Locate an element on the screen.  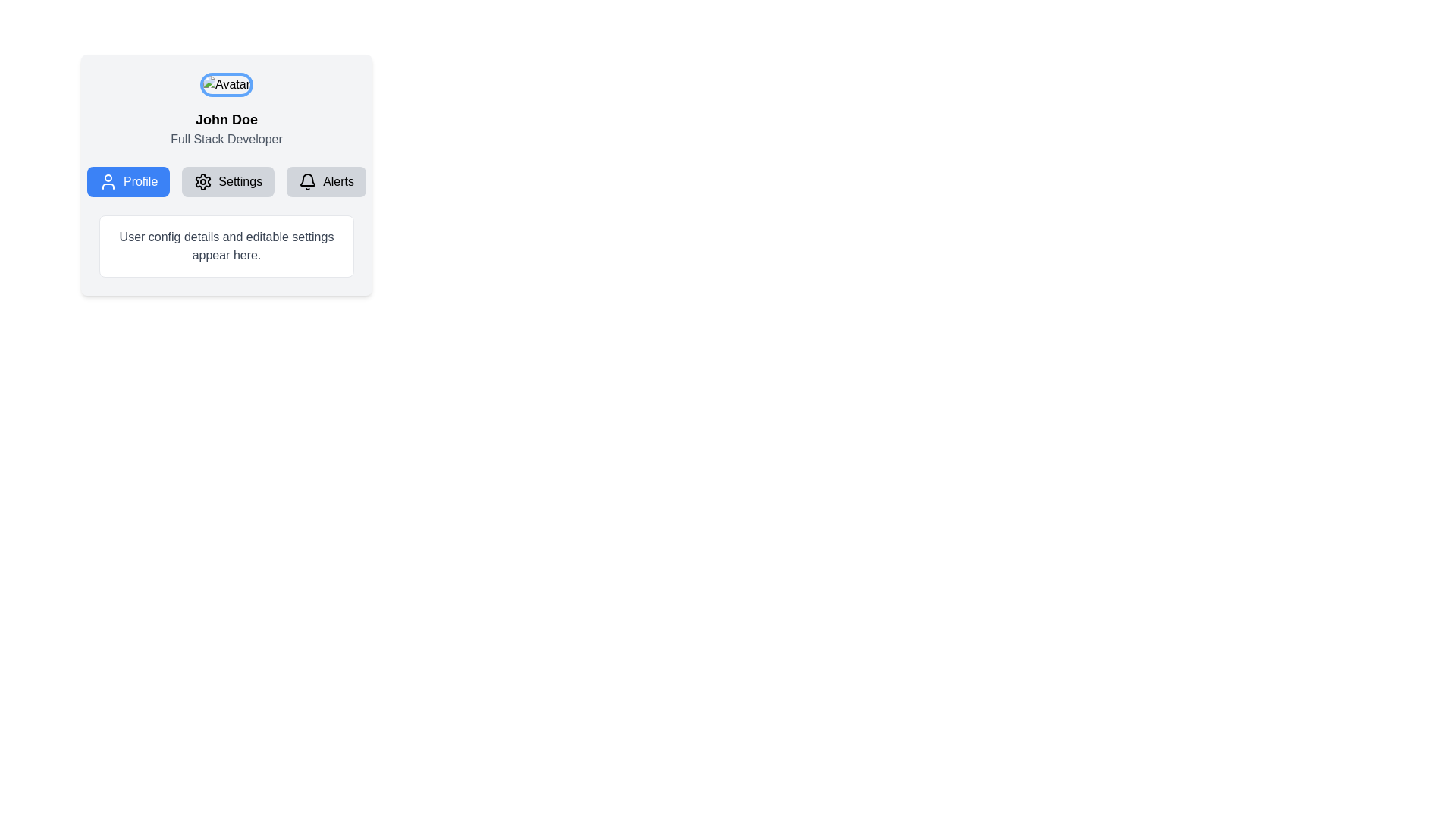
the gear icon within the settings button is located at coordinates (202, 180).